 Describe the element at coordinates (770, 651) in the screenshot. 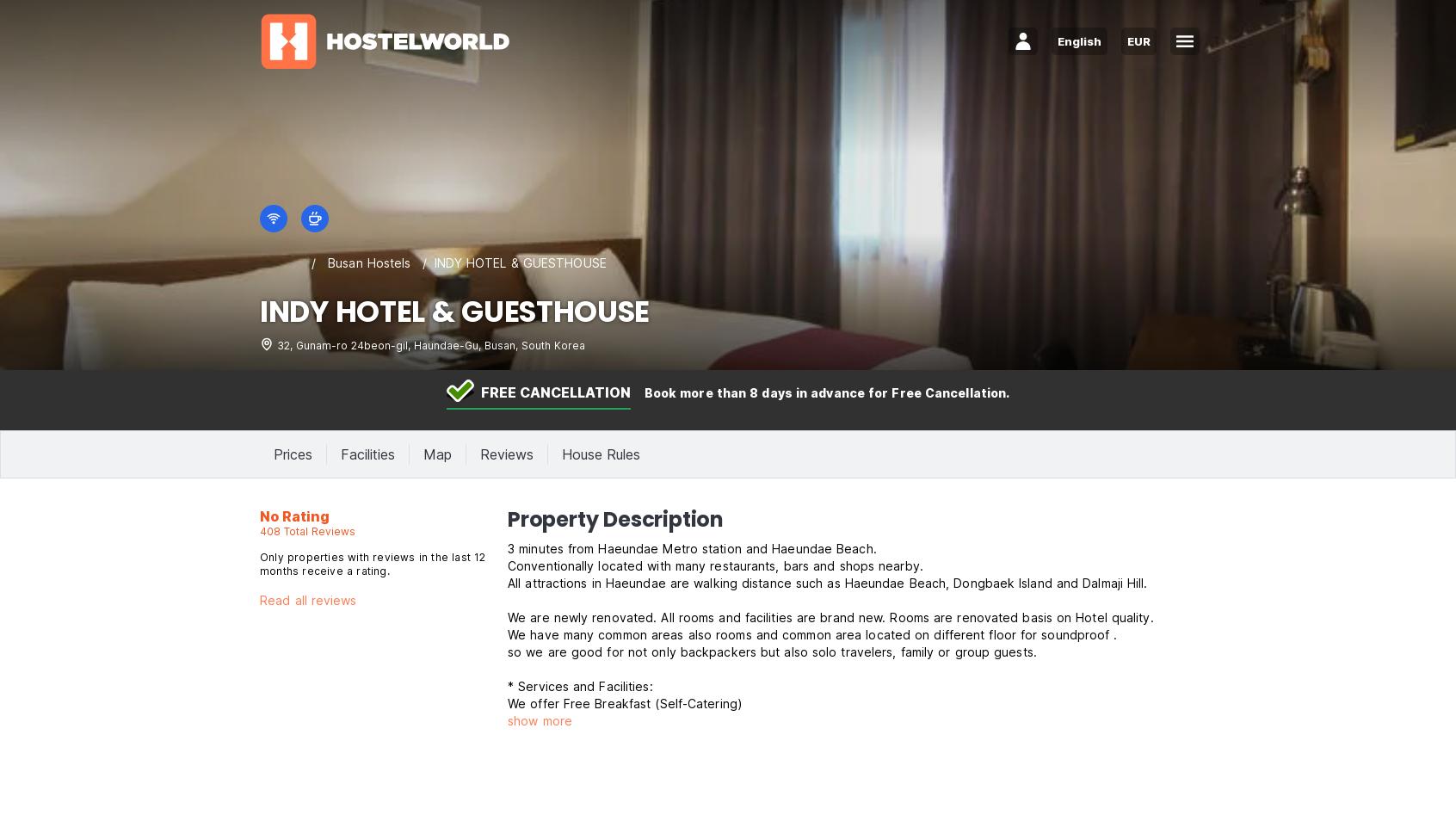

I see `'so we are  good for not only  backpackers  but also solo travelers, family or group guests.'` at that location.